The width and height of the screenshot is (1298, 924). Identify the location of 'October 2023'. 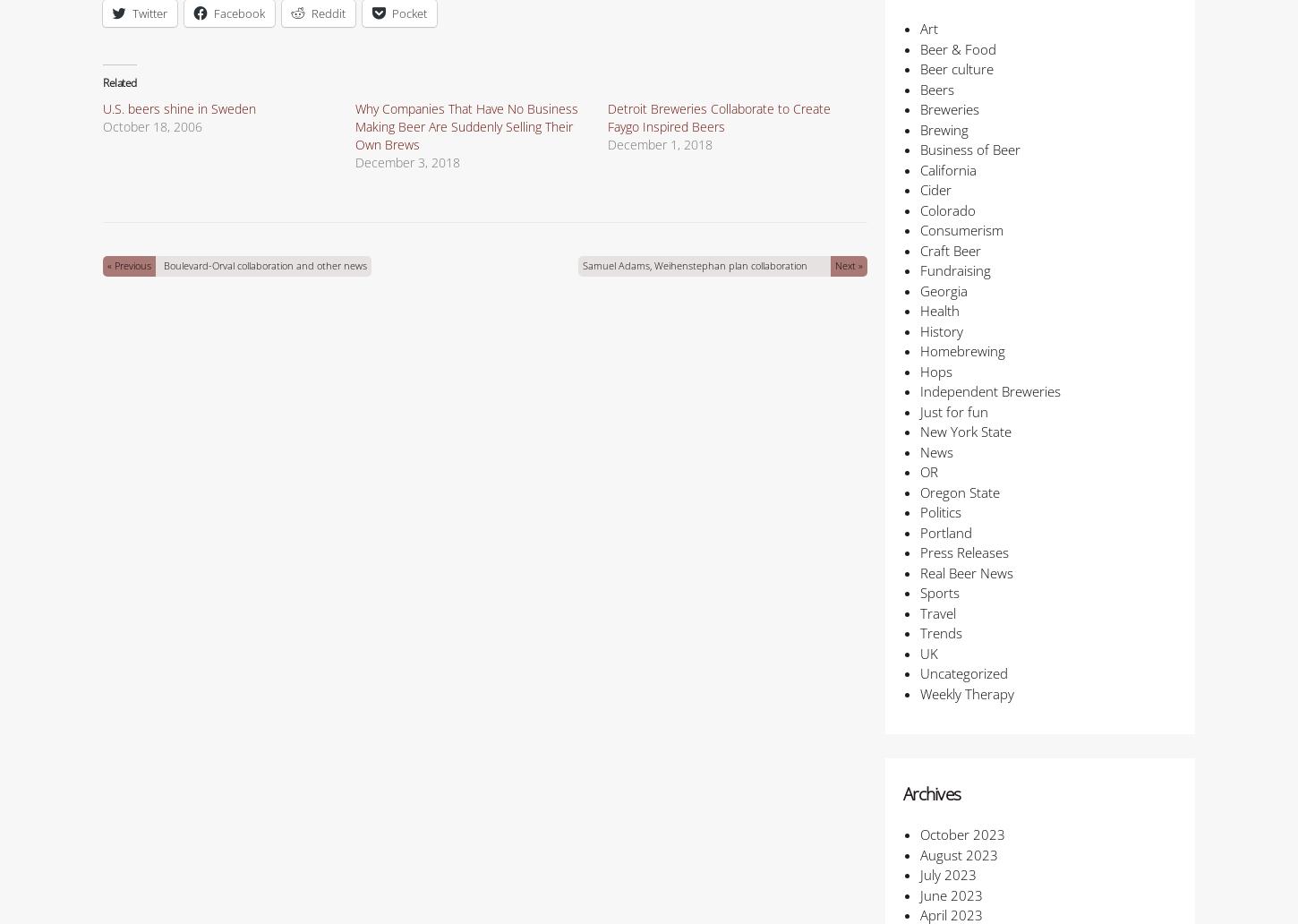
(919, 833).